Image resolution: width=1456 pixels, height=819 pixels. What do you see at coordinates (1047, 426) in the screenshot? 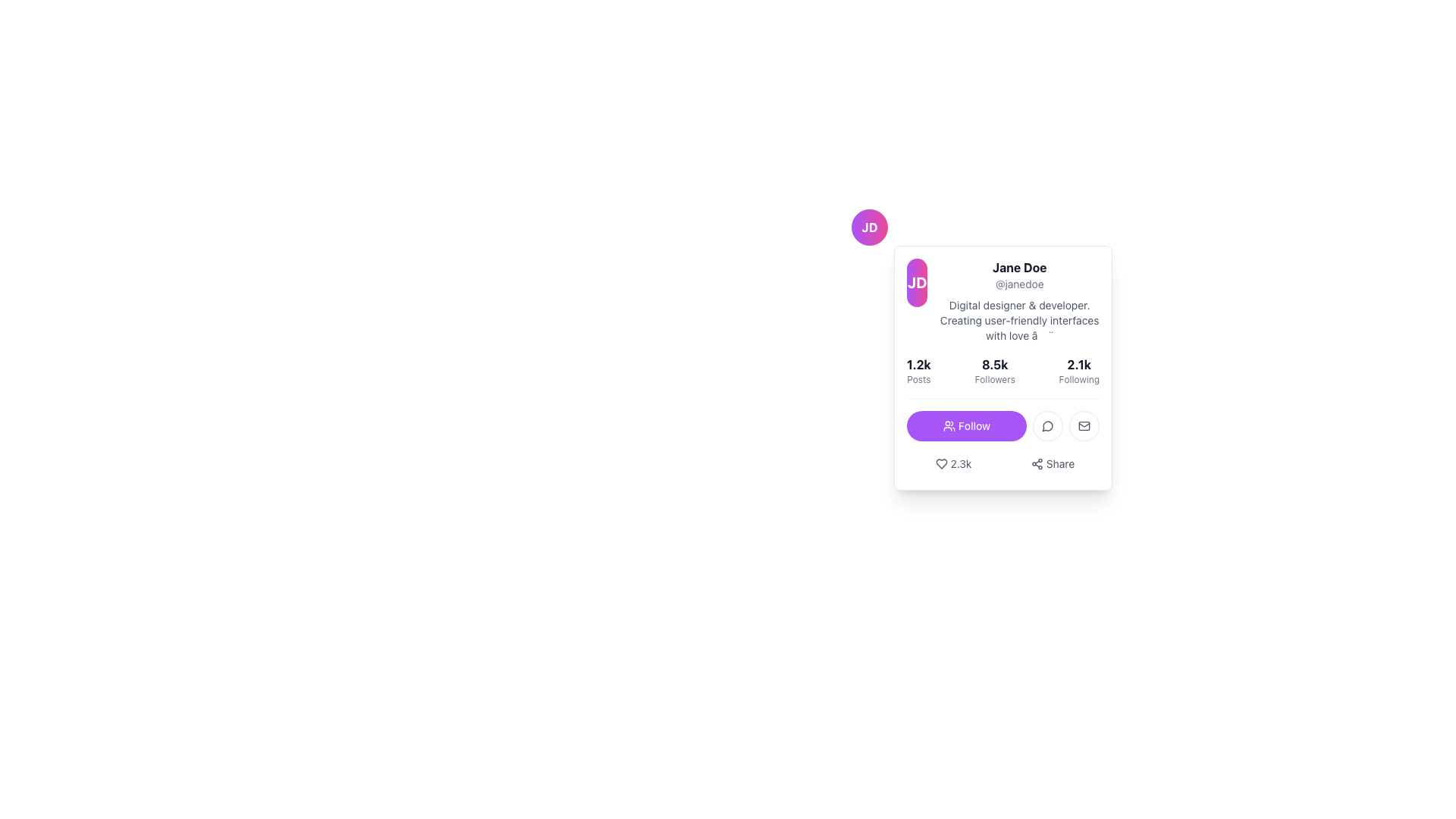
I see `the circular button with a gray border and a white background that contains a speech bubble icon` at bounding box center [1047, 426].